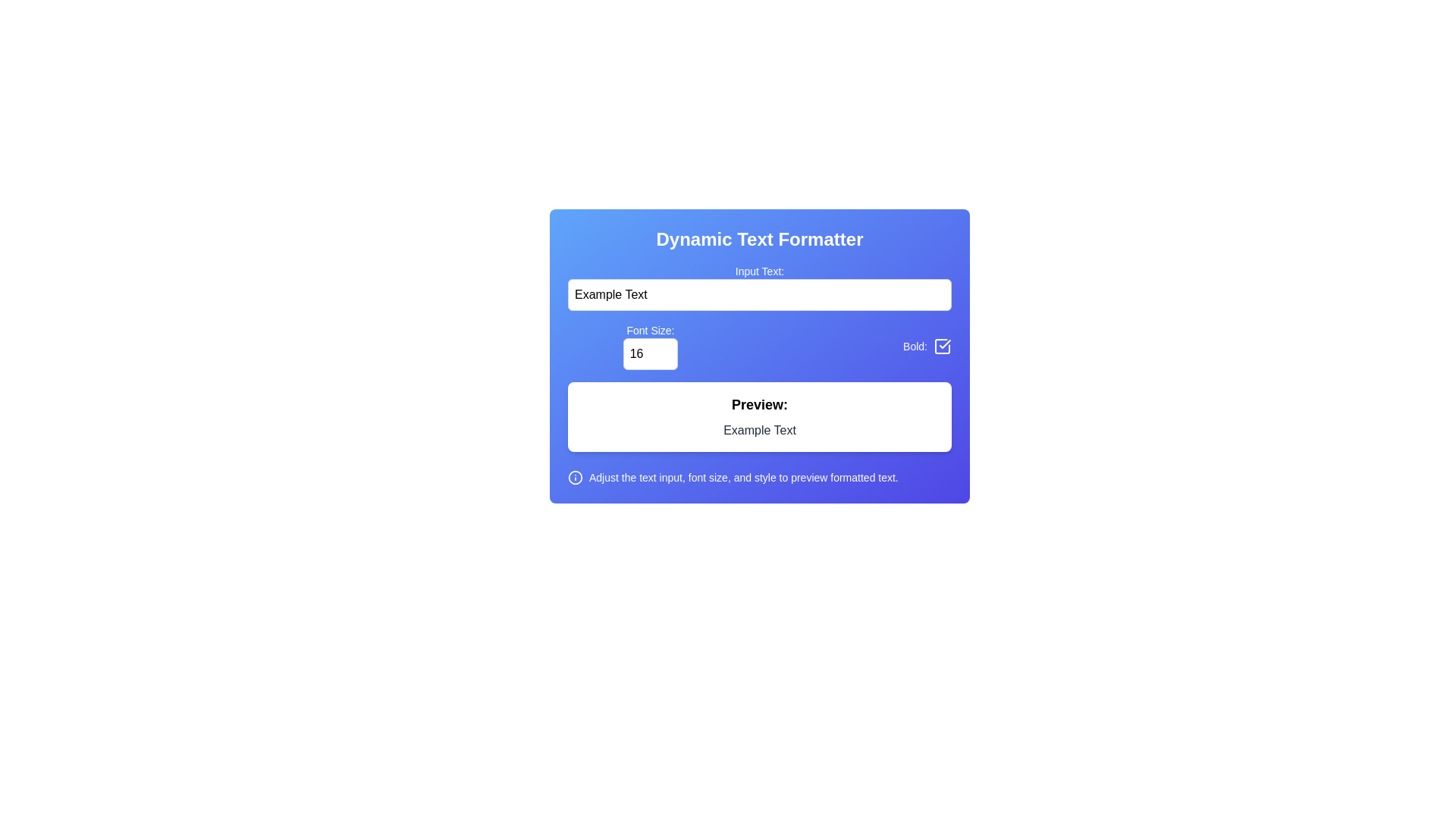 The height and width of the screenshot is (819, 1456). Describe the element at coordinates (574, 476) in the screenshot. I see `the decorative informational SVG icon located to the left of the text 'Adjust the text input, font size, and style` at that location.